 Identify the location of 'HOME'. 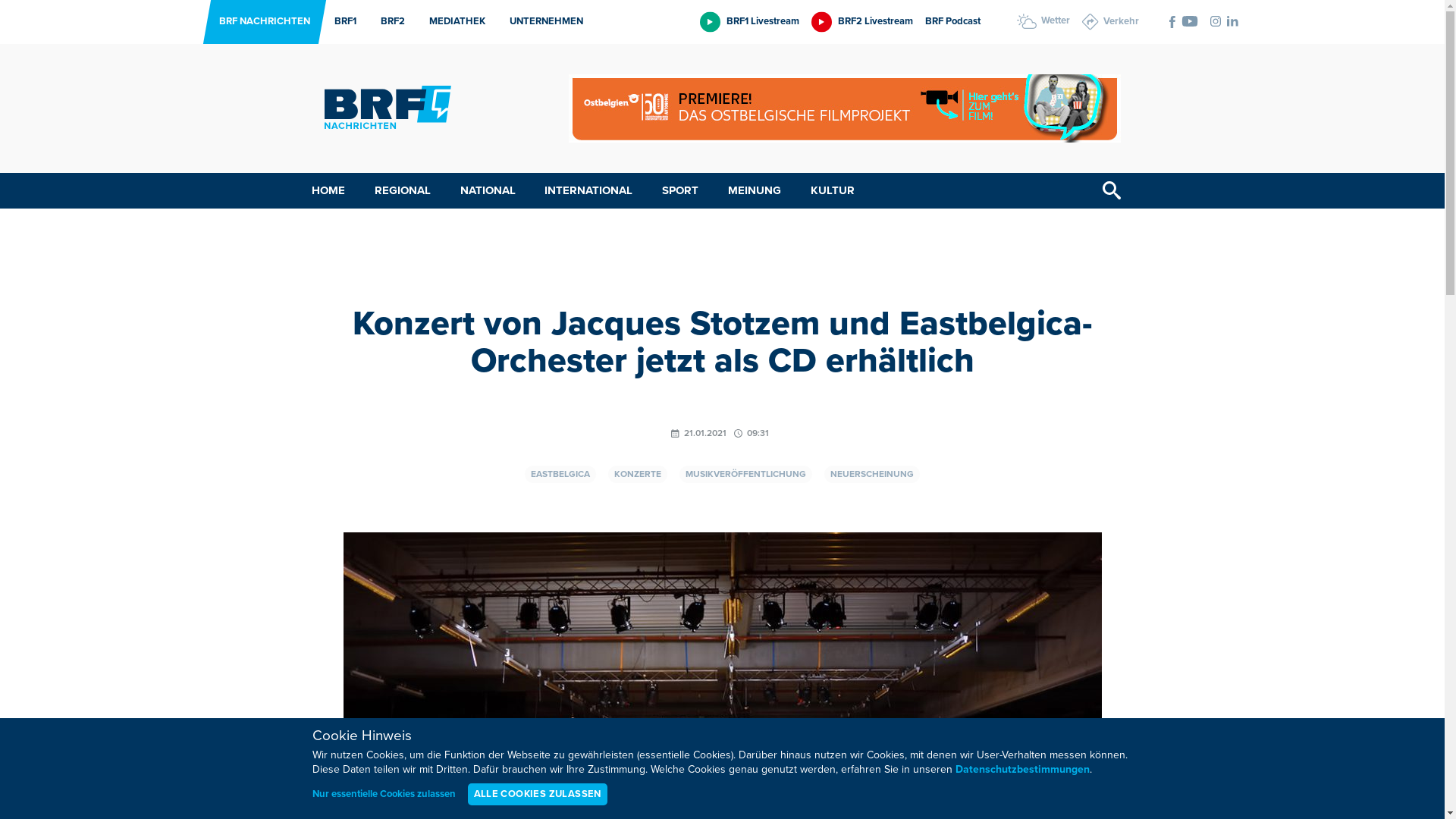
(305, 190).